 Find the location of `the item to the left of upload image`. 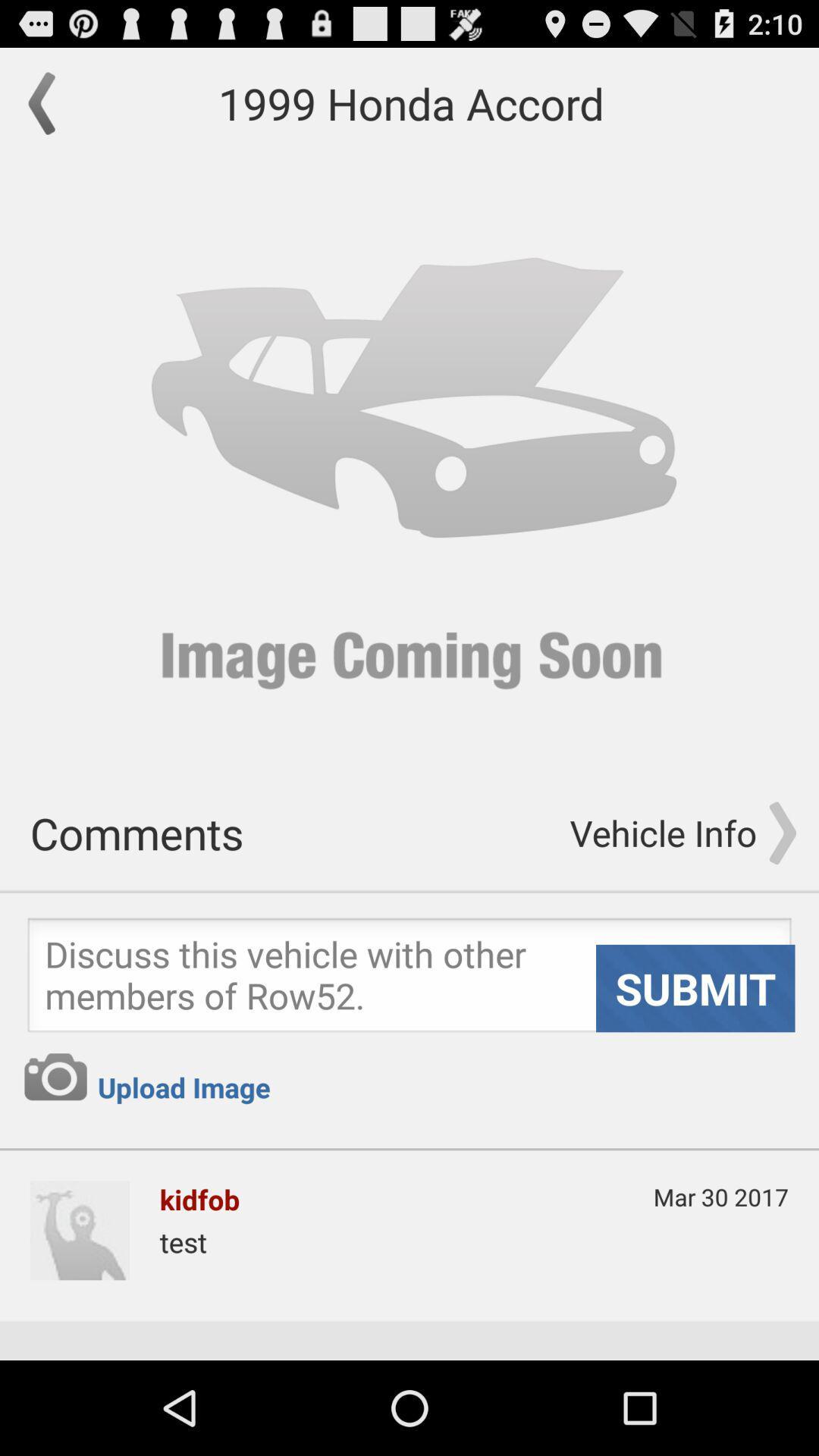

the item to the left of upload image is located at coordinates (55, 1076).